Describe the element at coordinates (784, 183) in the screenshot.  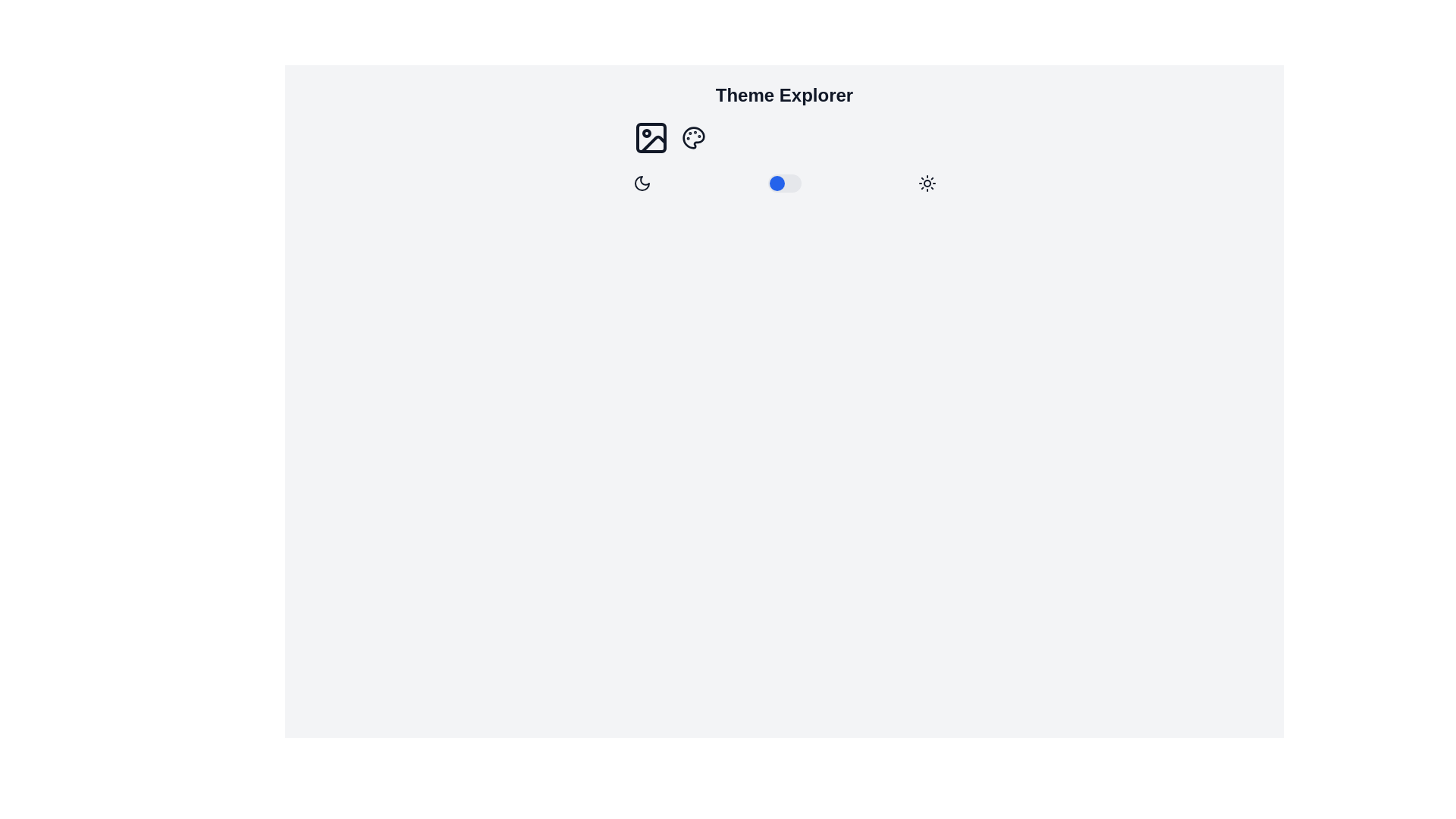
I see `the toggle switch located beside the moon and sun icons for the theme setting, which is positioned below the 'Theme Explorer' text` at that location.